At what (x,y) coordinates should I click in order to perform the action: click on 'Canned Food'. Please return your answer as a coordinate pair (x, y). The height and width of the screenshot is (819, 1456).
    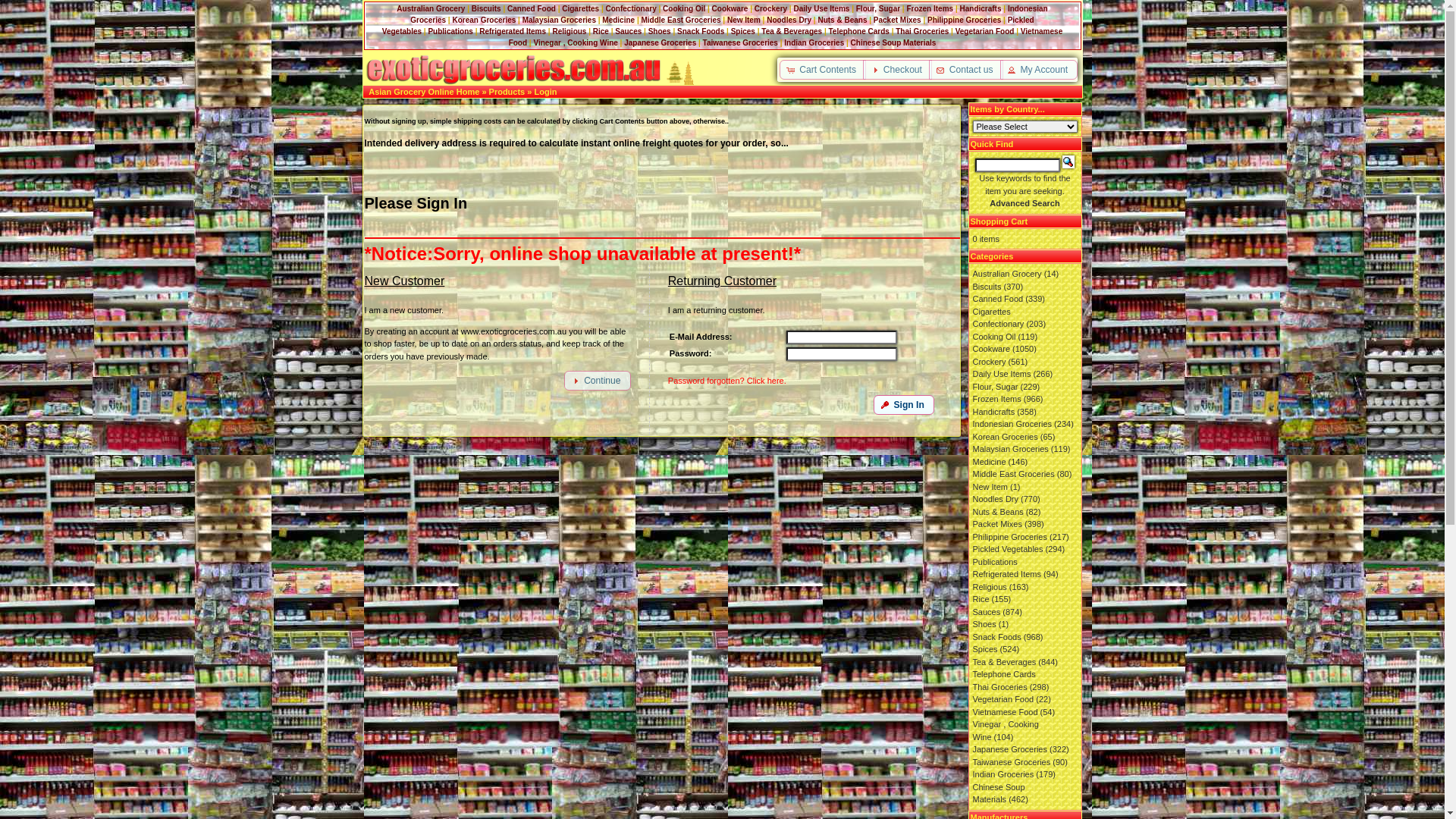
    Looking at the image, I should click on (997, 298).